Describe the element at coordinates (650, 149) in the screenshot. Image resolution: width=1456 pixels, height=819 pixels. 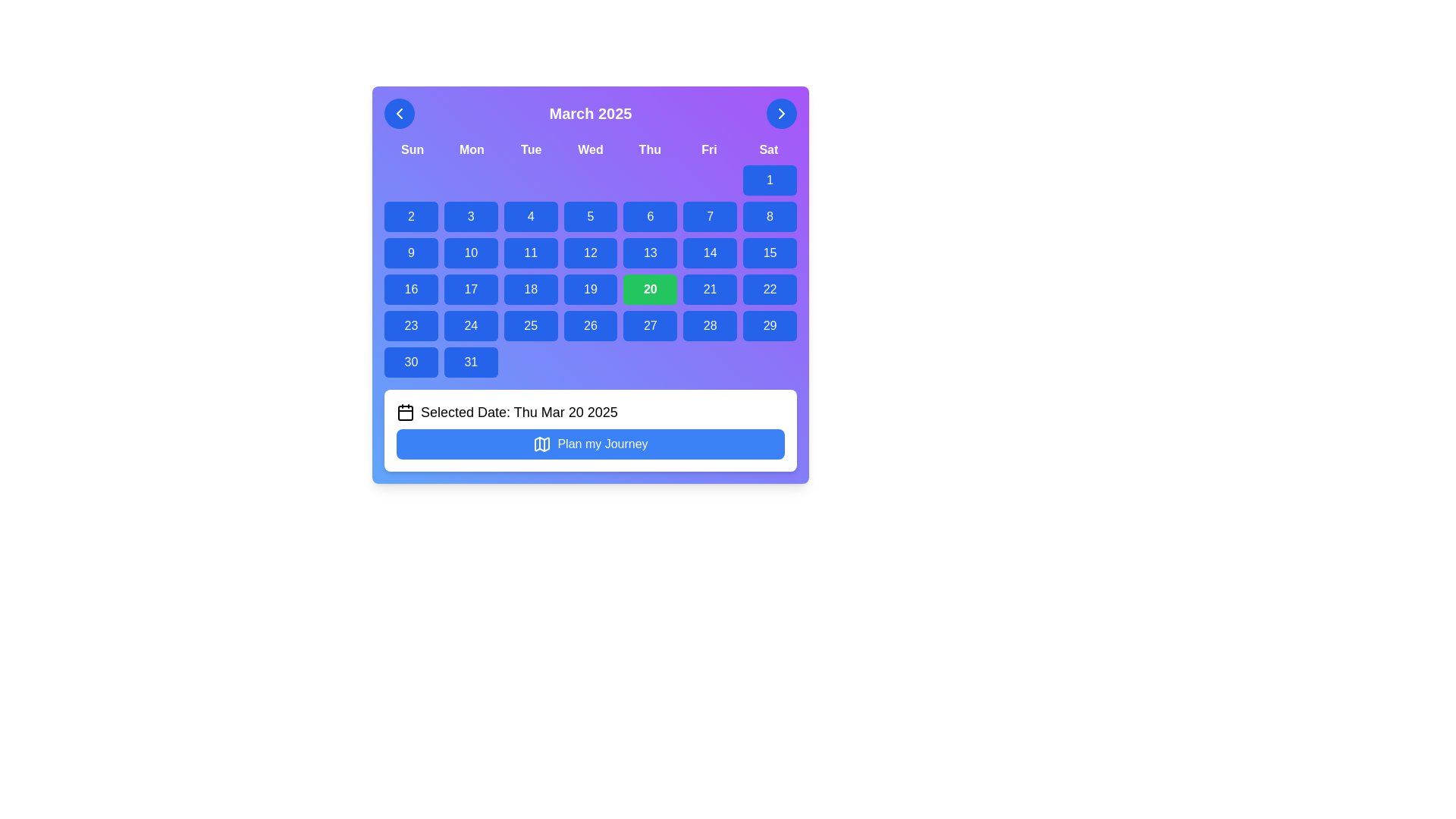
I see `contents of the text label displaying 'Thu', which is styled in white text against a purple background and is located near the top of the calendar interface` at that location.